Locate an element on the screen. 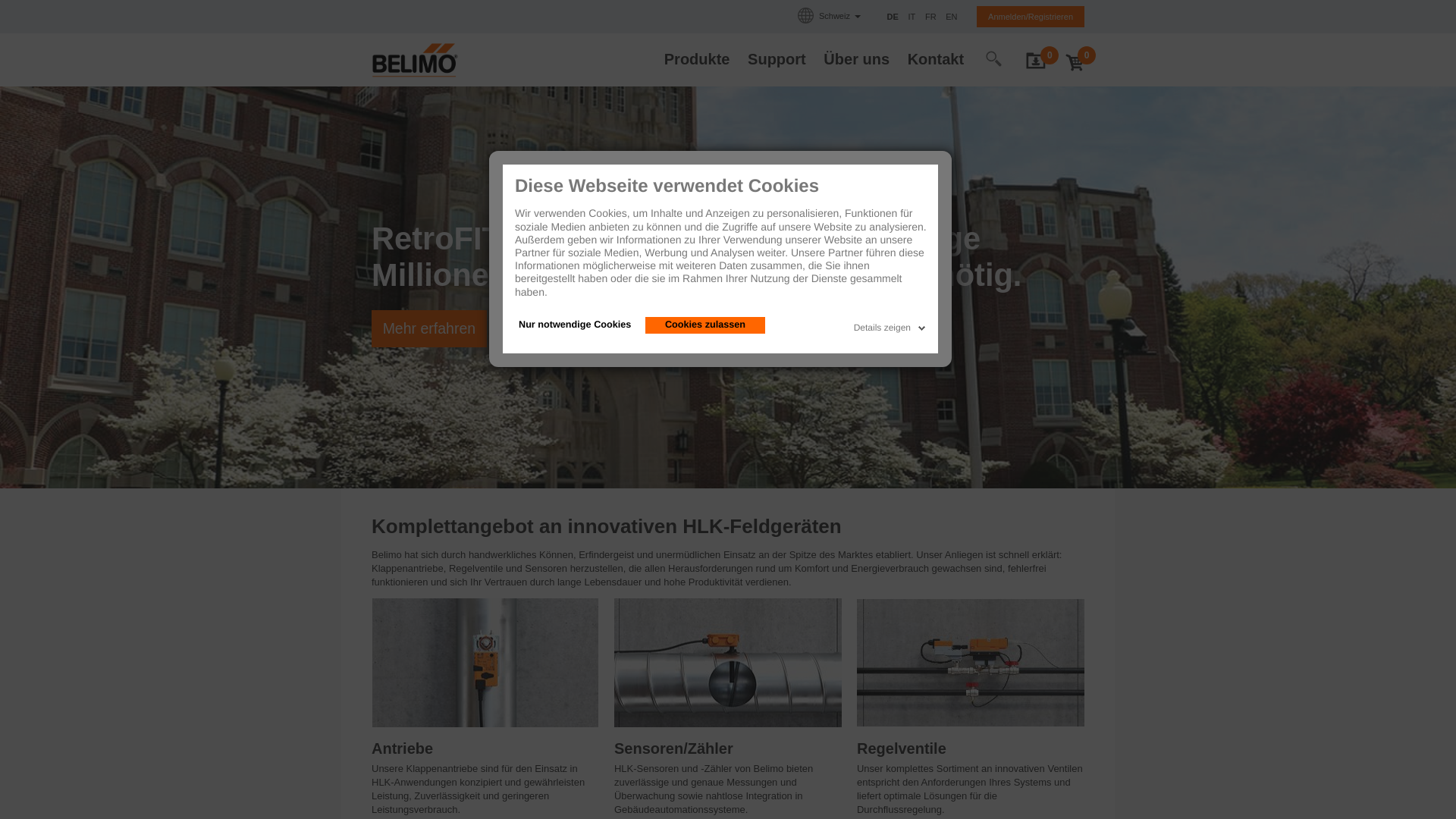 This screenshot has width=1456, height=819. 'Details zeigen' is located at coordinates (891, 324).